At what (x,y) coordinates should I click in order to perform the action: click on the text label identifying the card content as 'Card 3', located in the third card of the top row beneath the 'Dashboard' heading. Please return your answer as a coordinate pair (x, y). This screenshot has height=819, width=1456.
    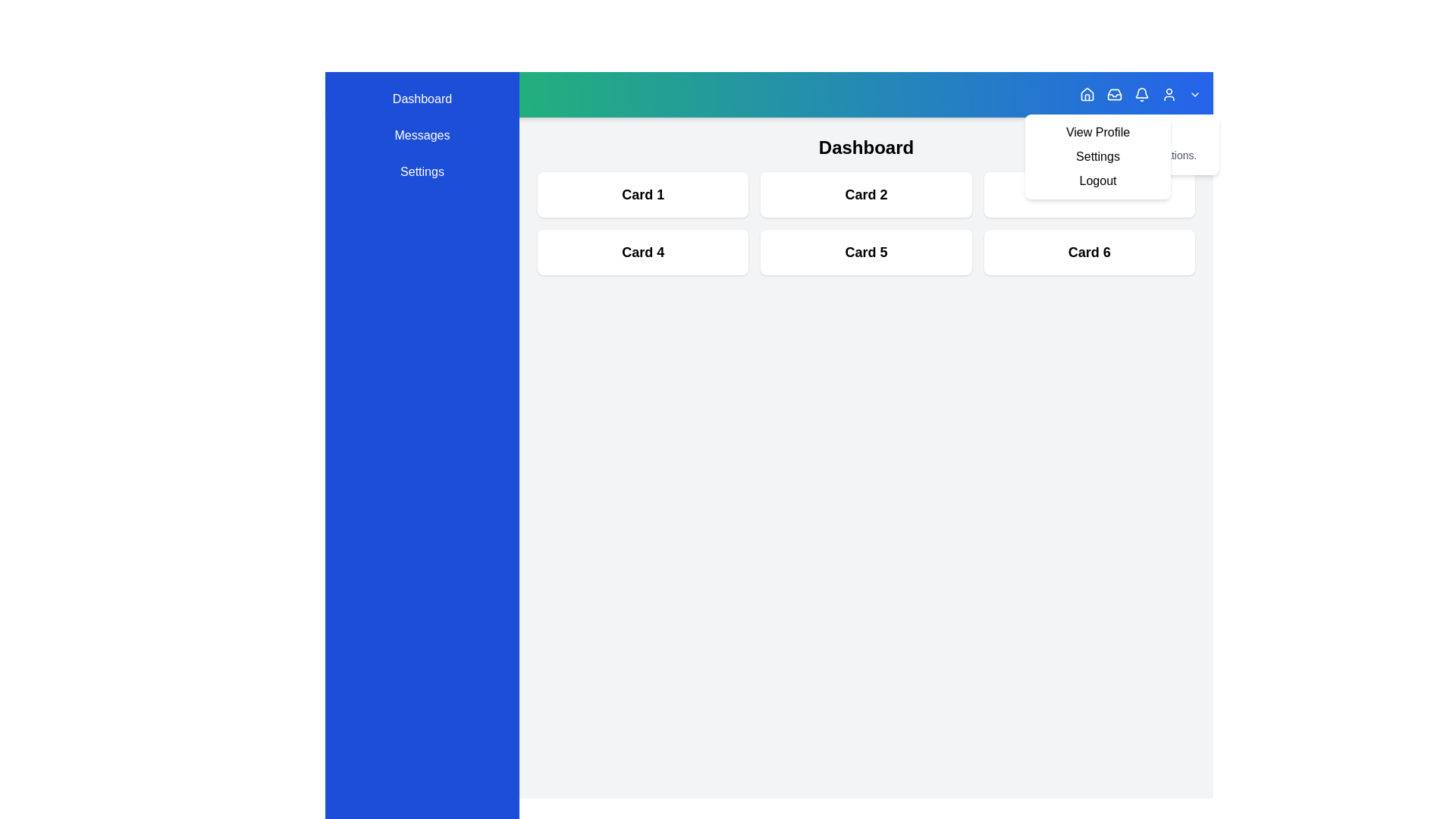
    Looking at the image, I should click on (1088, 194).